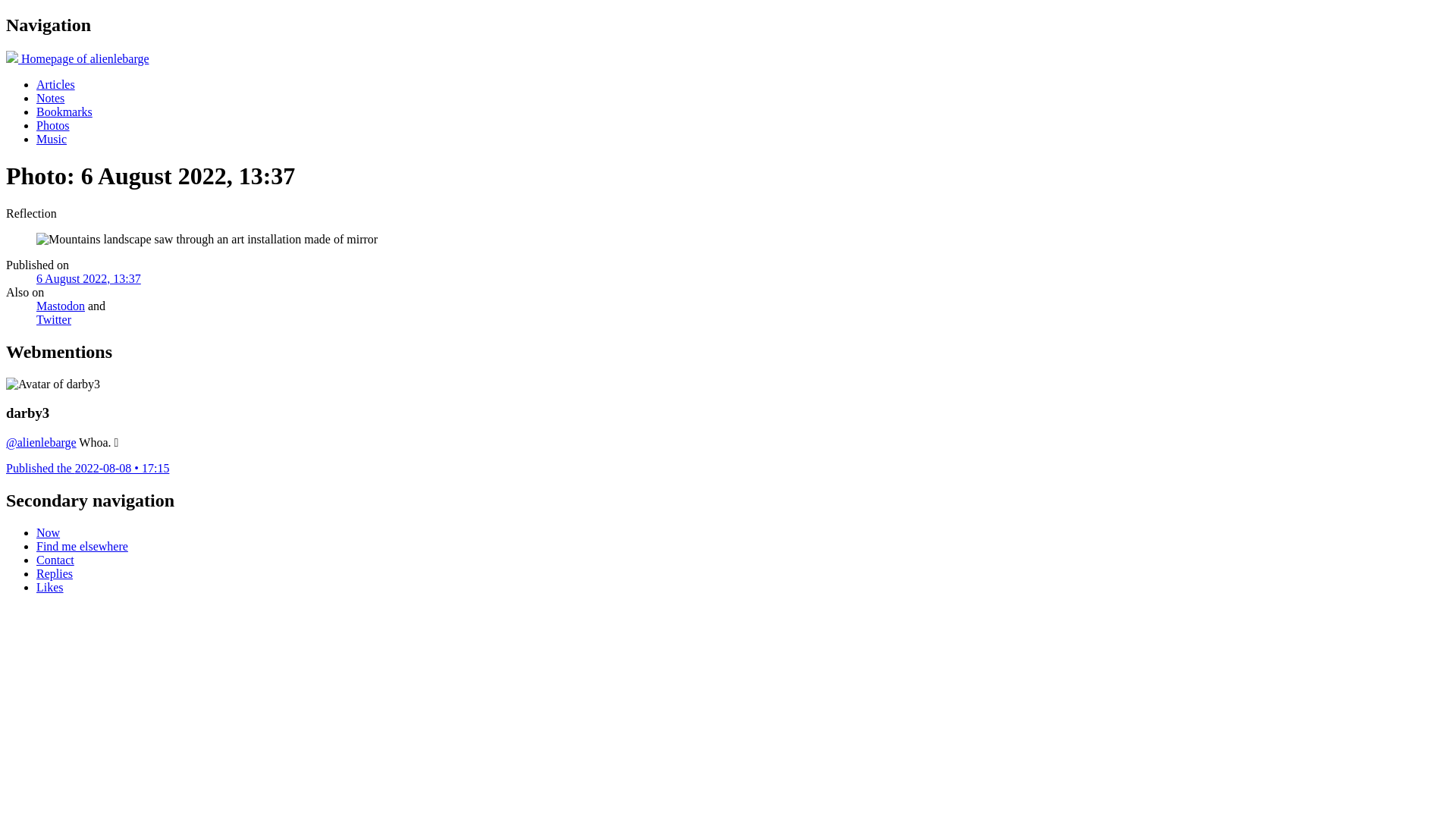 This screenshot has width=1456, height=819. I want to click on 'Now', so click(48, 532).